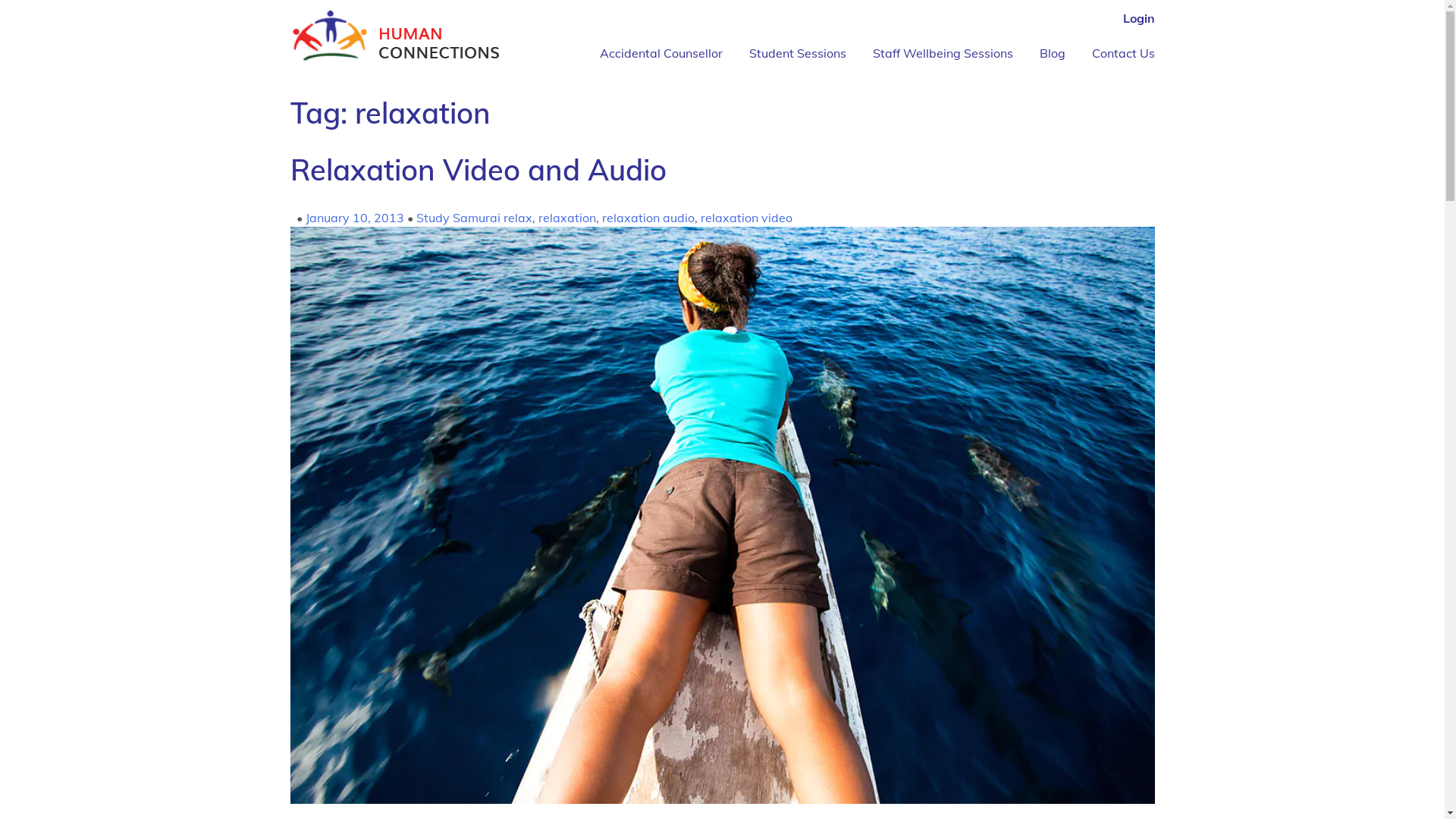 The height and width of the screenshot is (819, 1456). What do you see at coordinates (648, 217) in the screenshot?
I see `'relaxation audio'` at bounding box center [648, 217].